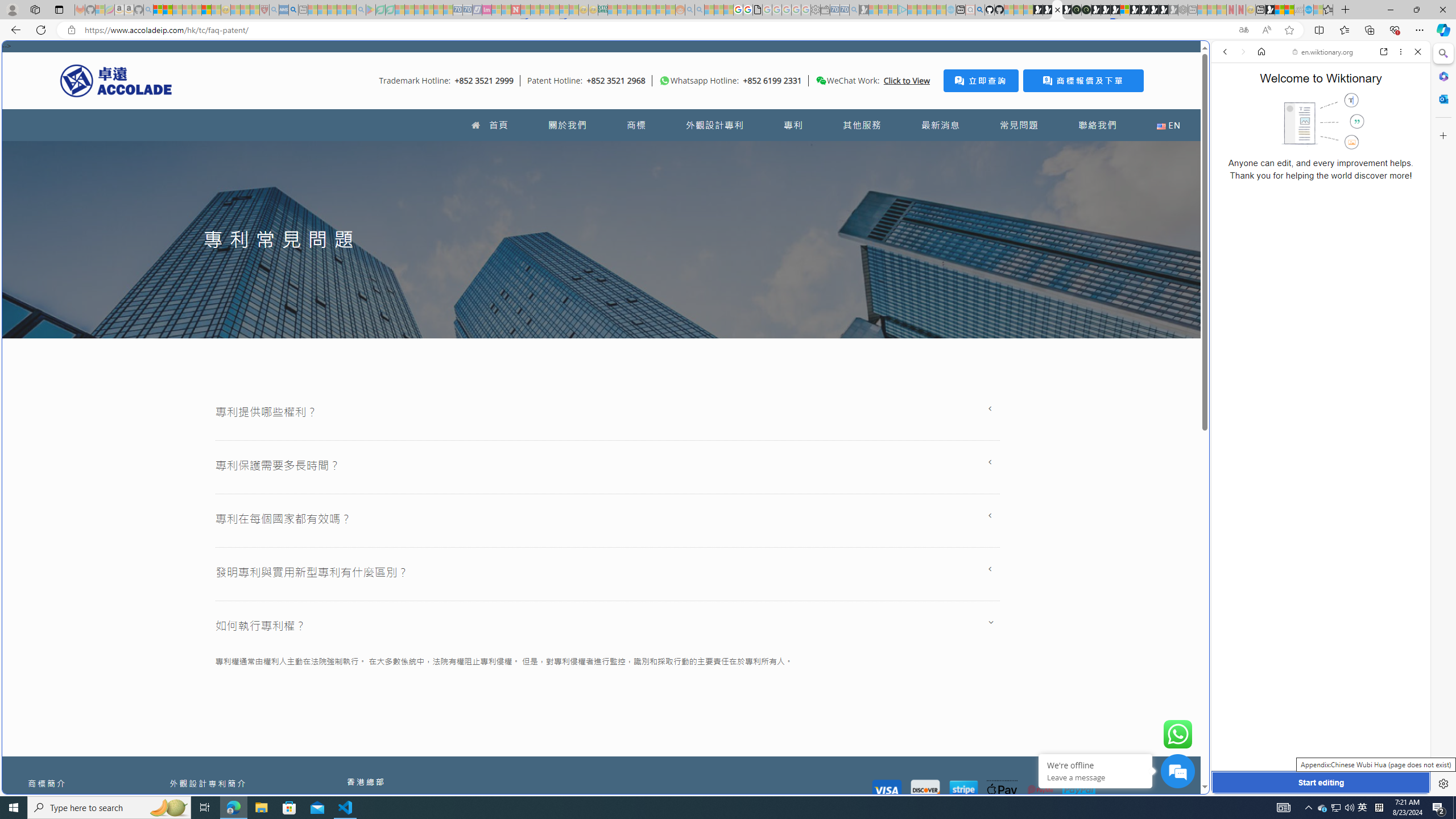 Image resolution: width=1456 pixels, height=819 pixels. Describe the element at coordinates (115, 80) in the screenshot. I see `'Accolade IP HK Logo'` at that location.